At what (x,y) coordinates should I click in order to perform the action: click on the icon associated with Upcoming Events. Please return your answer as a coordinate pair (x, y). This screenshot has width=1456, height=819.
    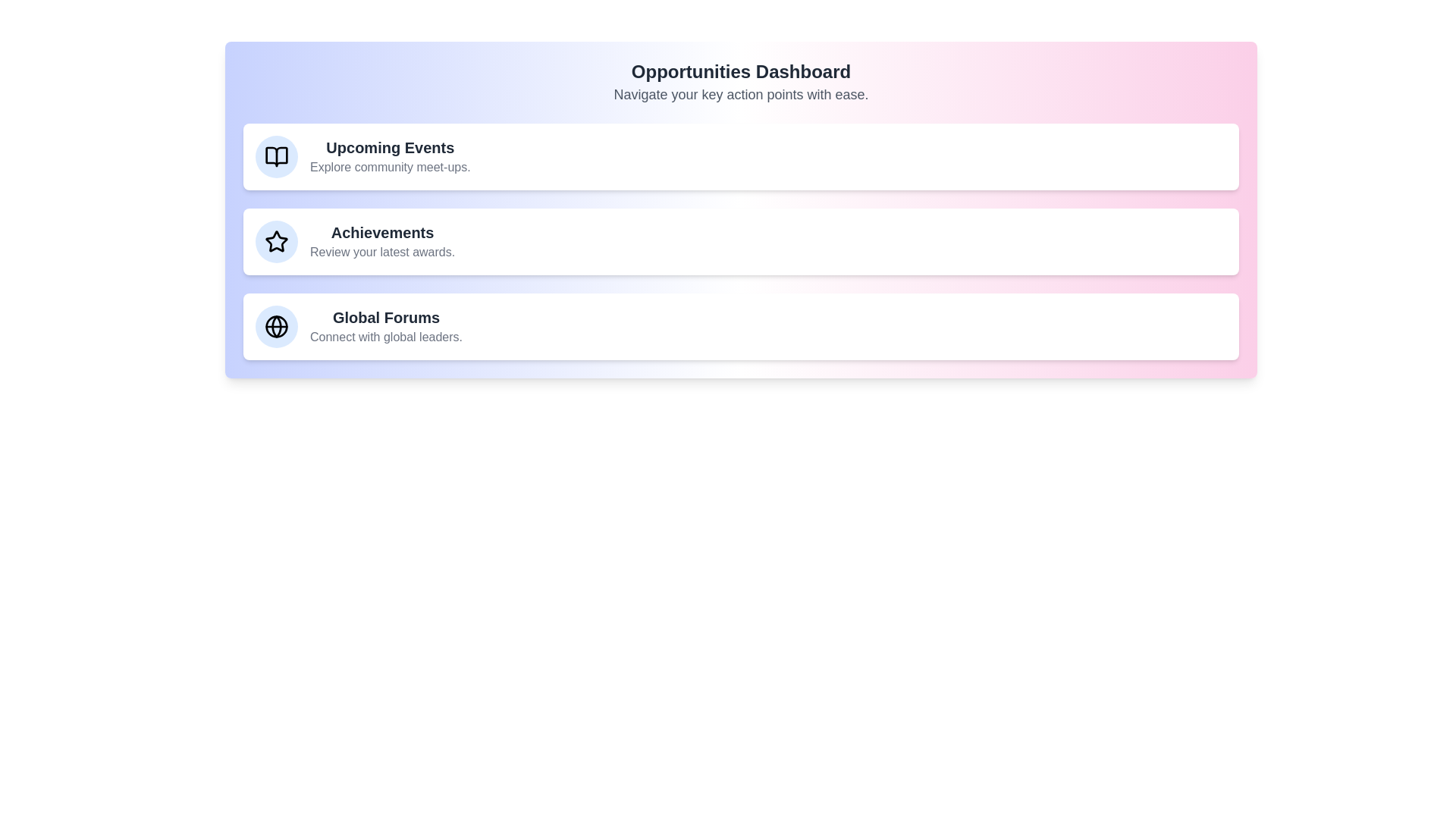
    Looking at the image, I should click on (276, 157).